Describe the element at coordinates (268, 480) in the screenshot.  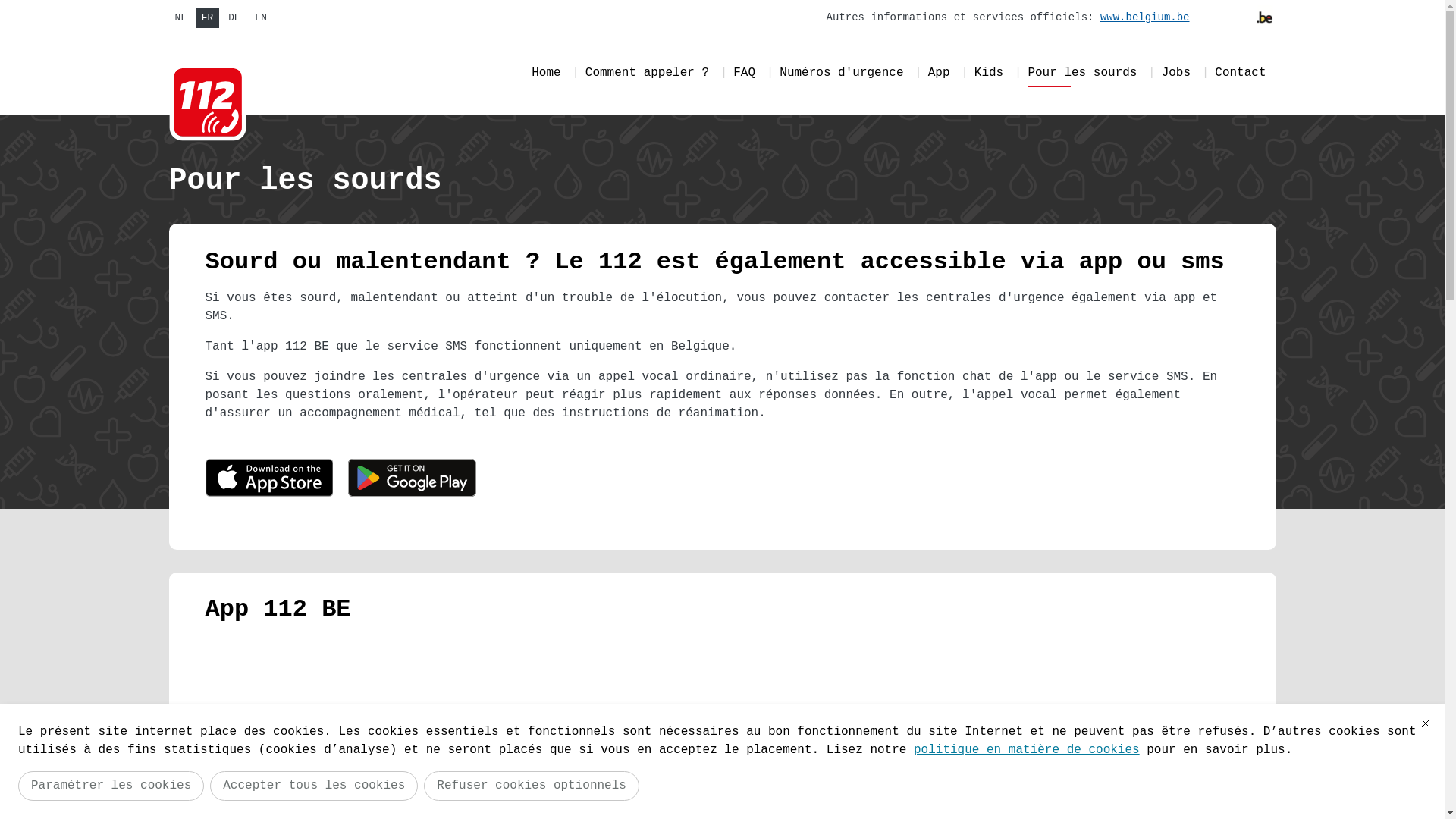
I see `'App Store'` at that location.